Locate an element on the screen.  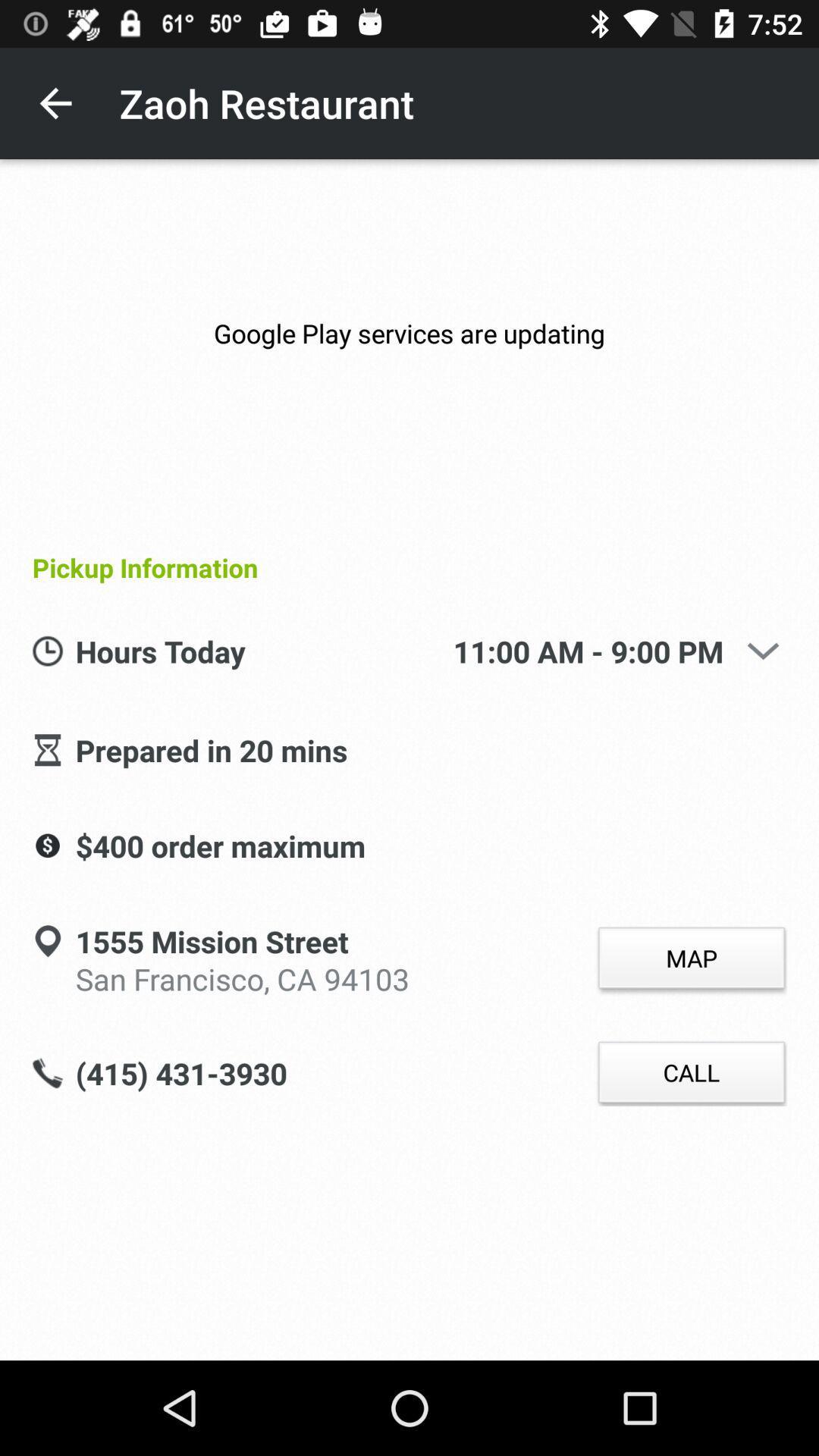
item below the $400 order maximum item is located at coordinates (212, 942).